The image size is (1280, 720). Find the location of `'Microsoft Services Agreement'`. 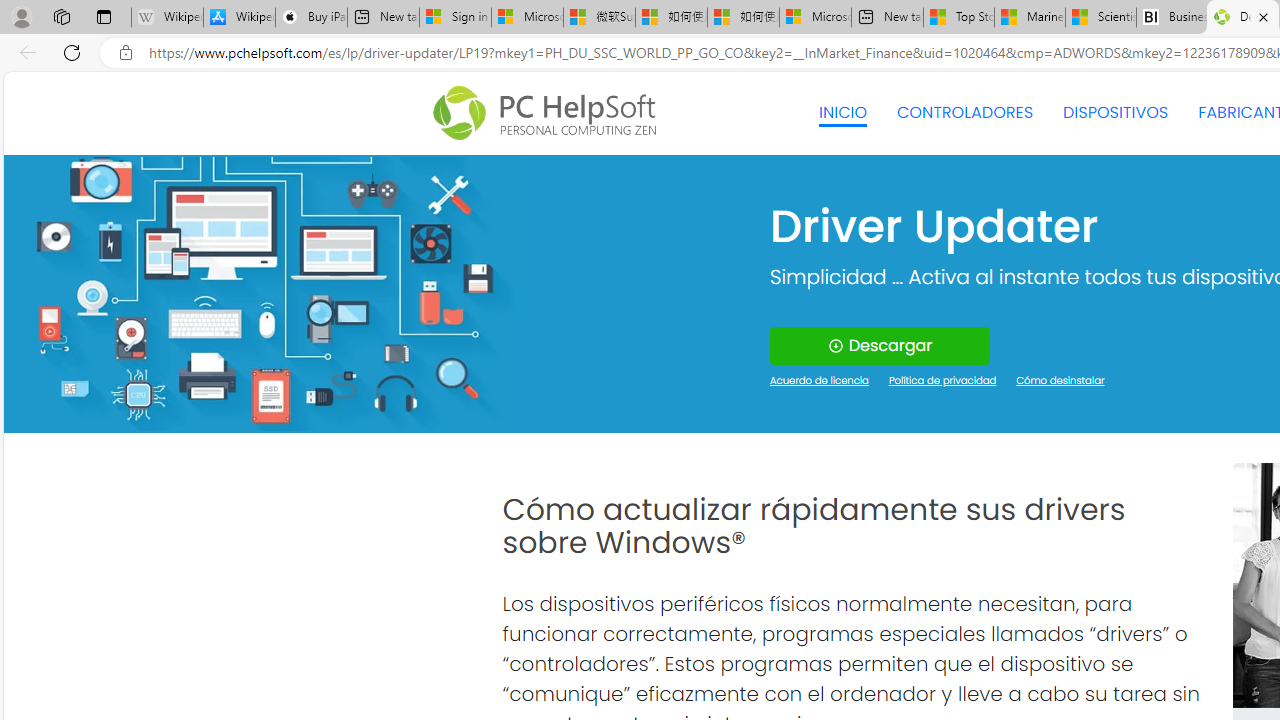

'Microsoft Services Agreement' is located at coordinates (527, 17).